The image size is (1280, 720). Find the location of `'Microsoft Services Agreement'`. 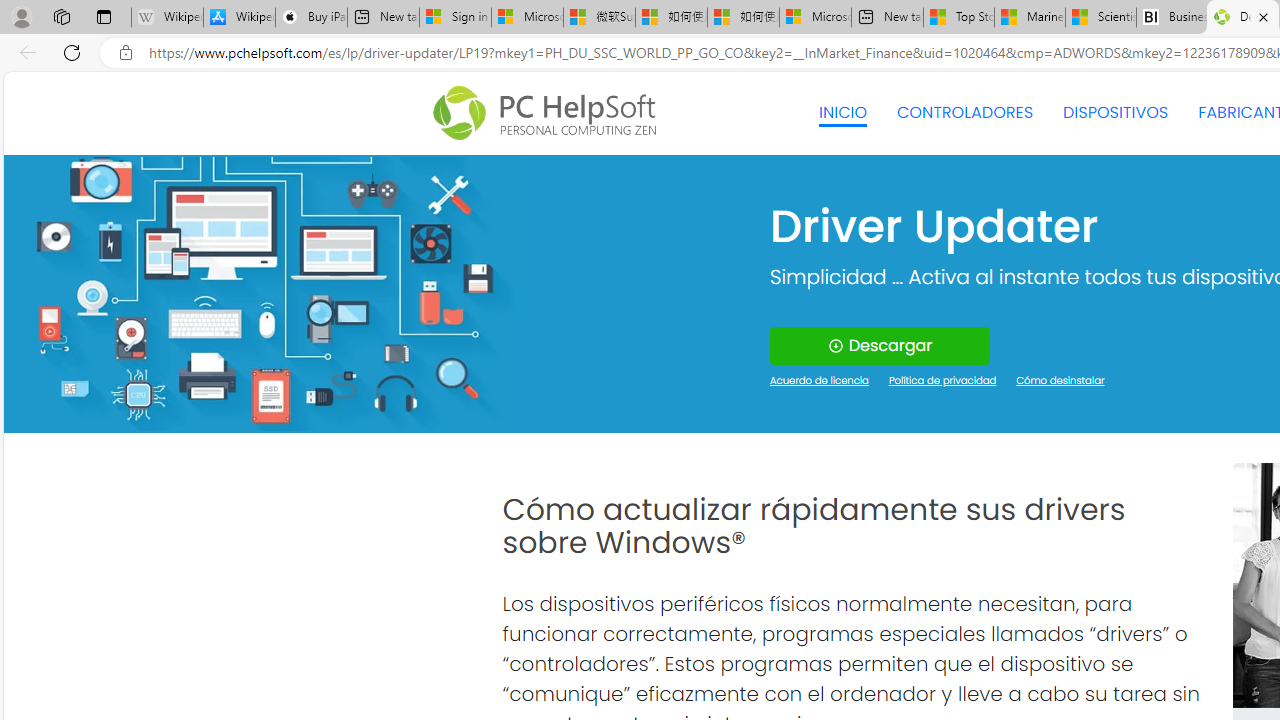

'Microsoft Services Agreement' is located at coordinates (527, 17).